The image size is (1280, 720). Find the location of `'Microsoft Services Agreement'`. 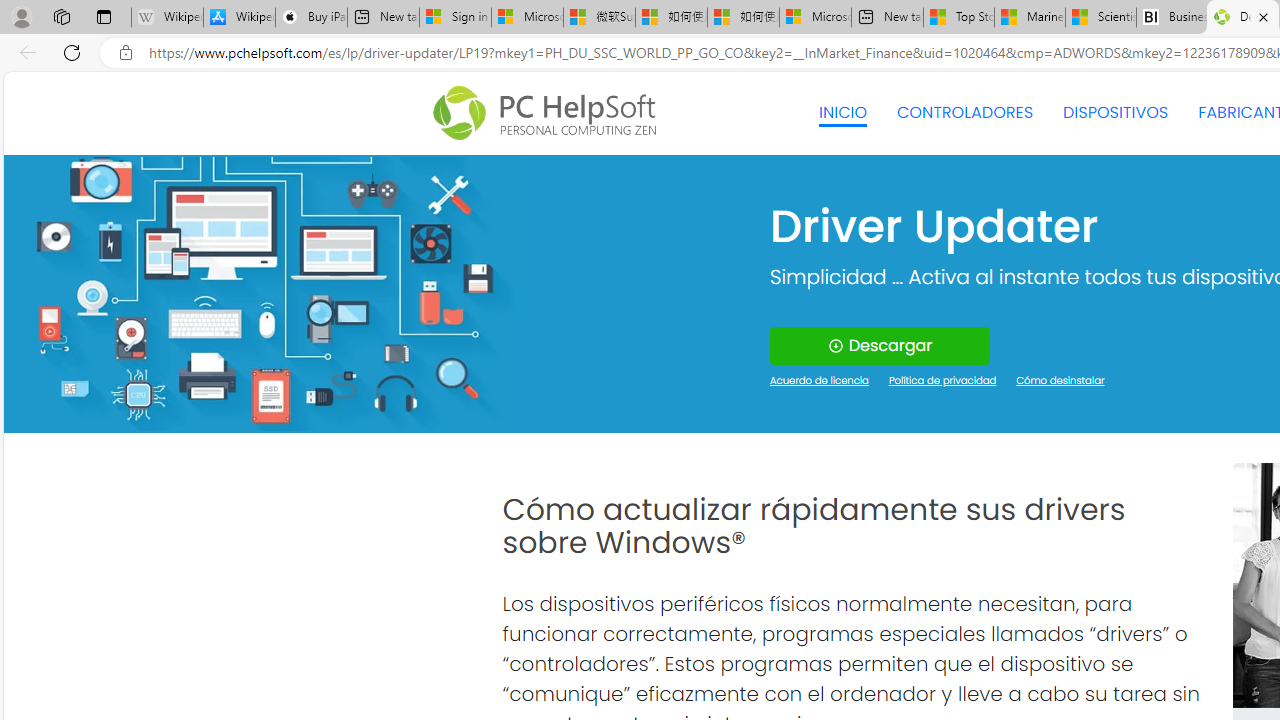

'Microsoft Services Agreement' is located at coordinates (527, 17).